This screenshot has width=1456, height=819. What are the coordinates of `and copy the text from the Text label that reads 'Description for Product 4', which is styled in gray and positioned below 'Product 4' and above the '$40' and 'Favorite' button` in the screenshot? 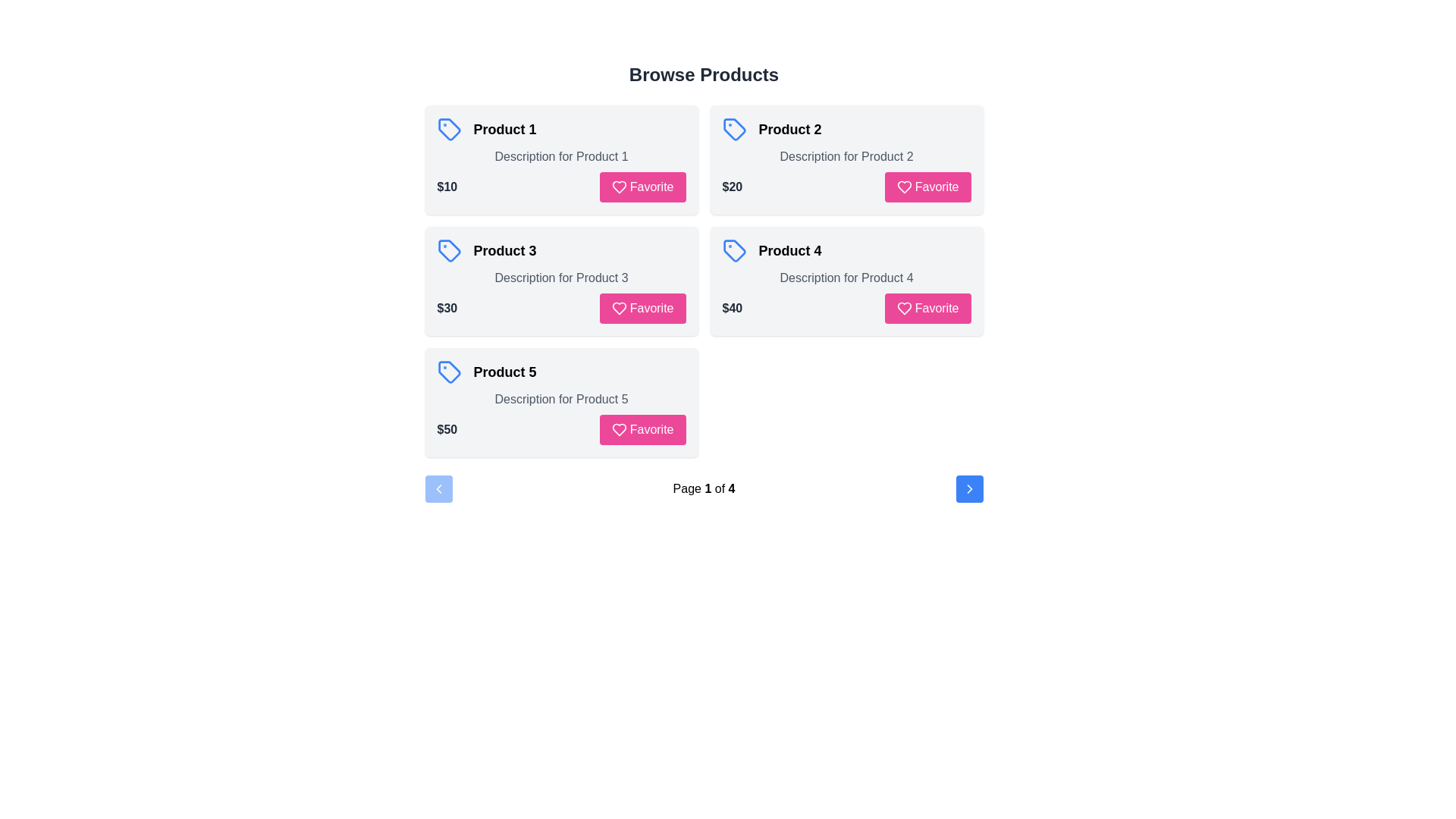 It's located at (846, 278).